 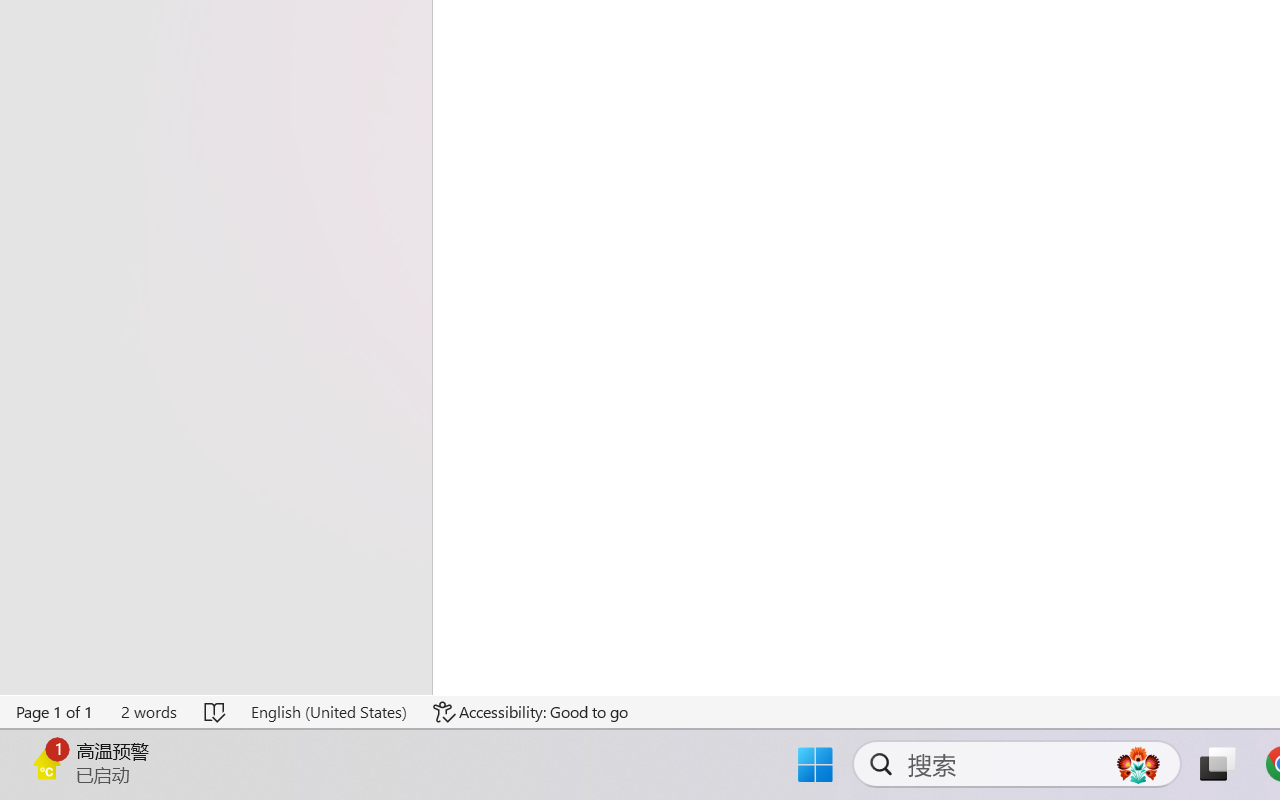 I want to click on 'Language English (United States)', so click(x=328, y=711).